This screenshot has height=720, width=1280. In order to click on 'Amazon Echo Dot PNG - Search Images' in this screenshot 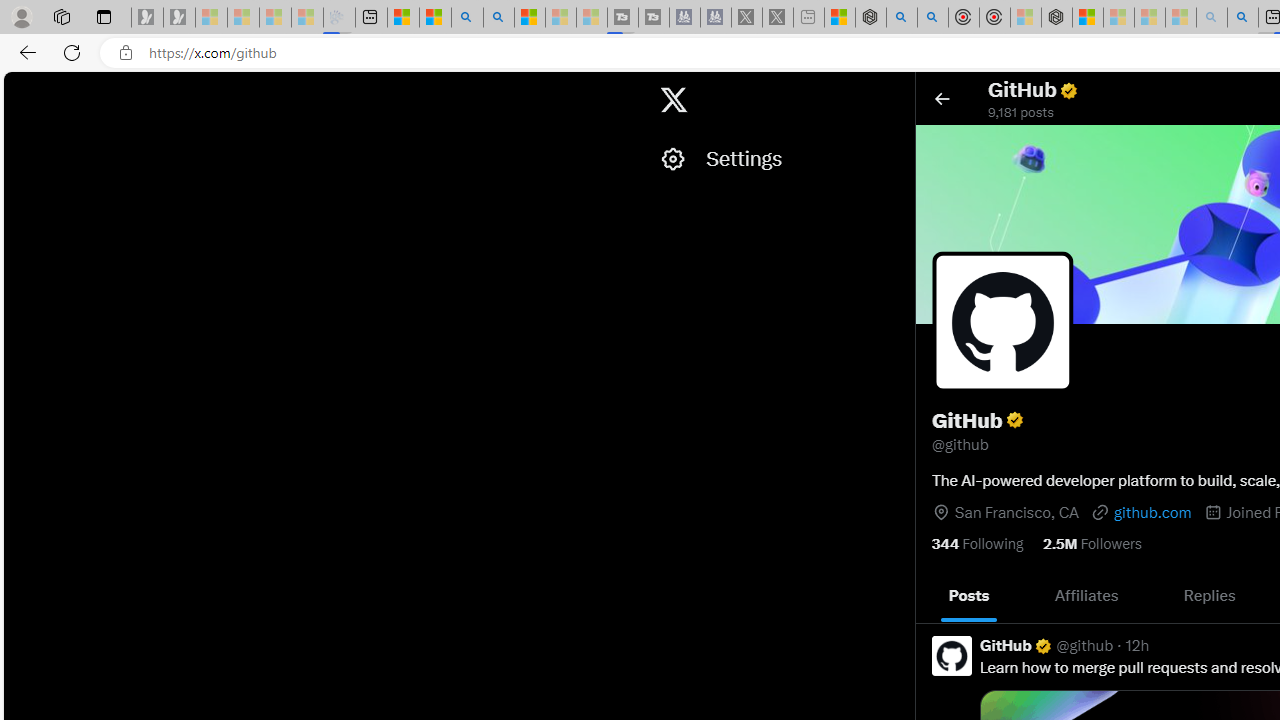, I will do `click(1241, 17)`.